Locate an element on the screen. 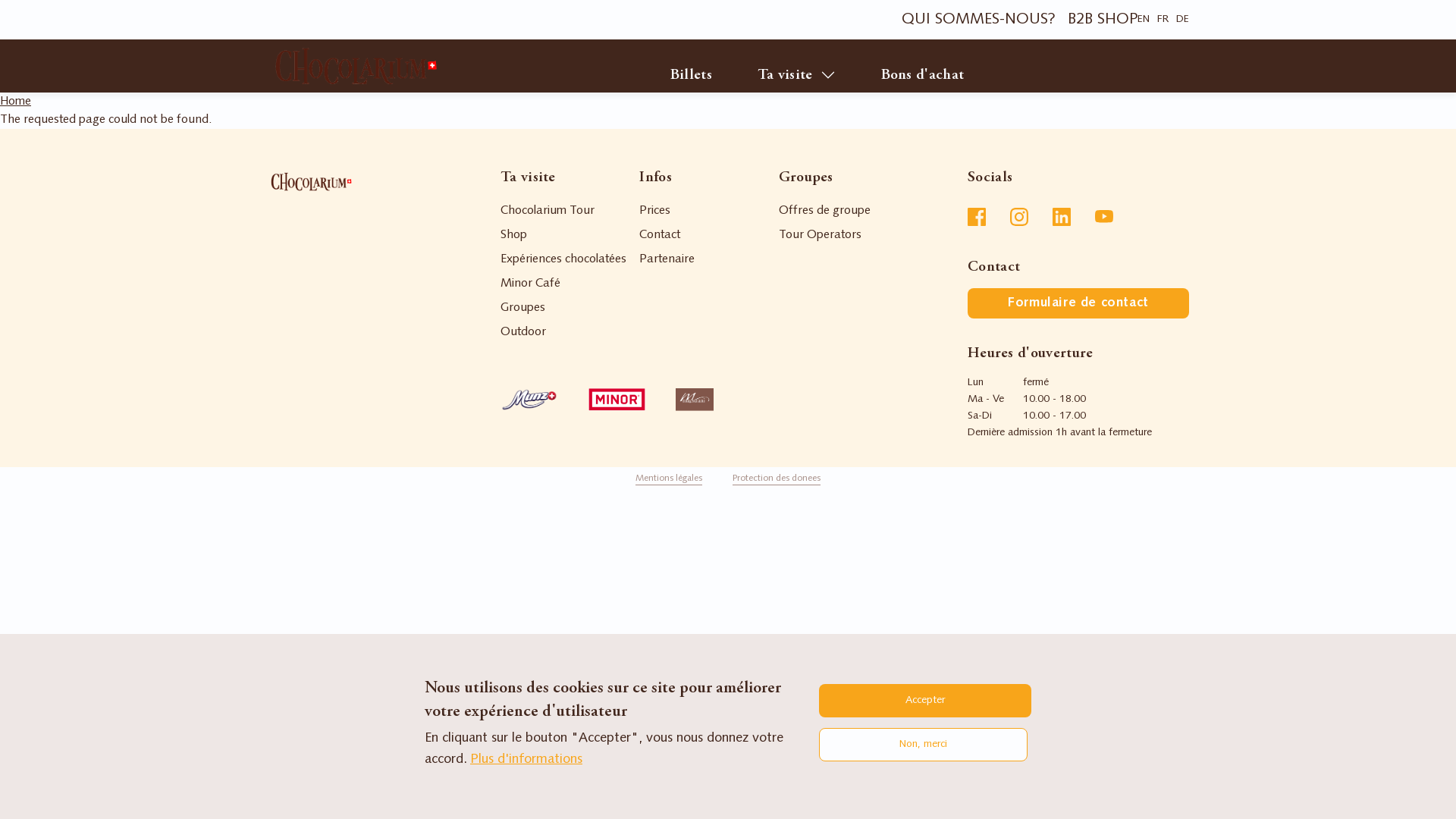 The image size is (1456, 819). 'Shop' is located at coordinates (513, 234).